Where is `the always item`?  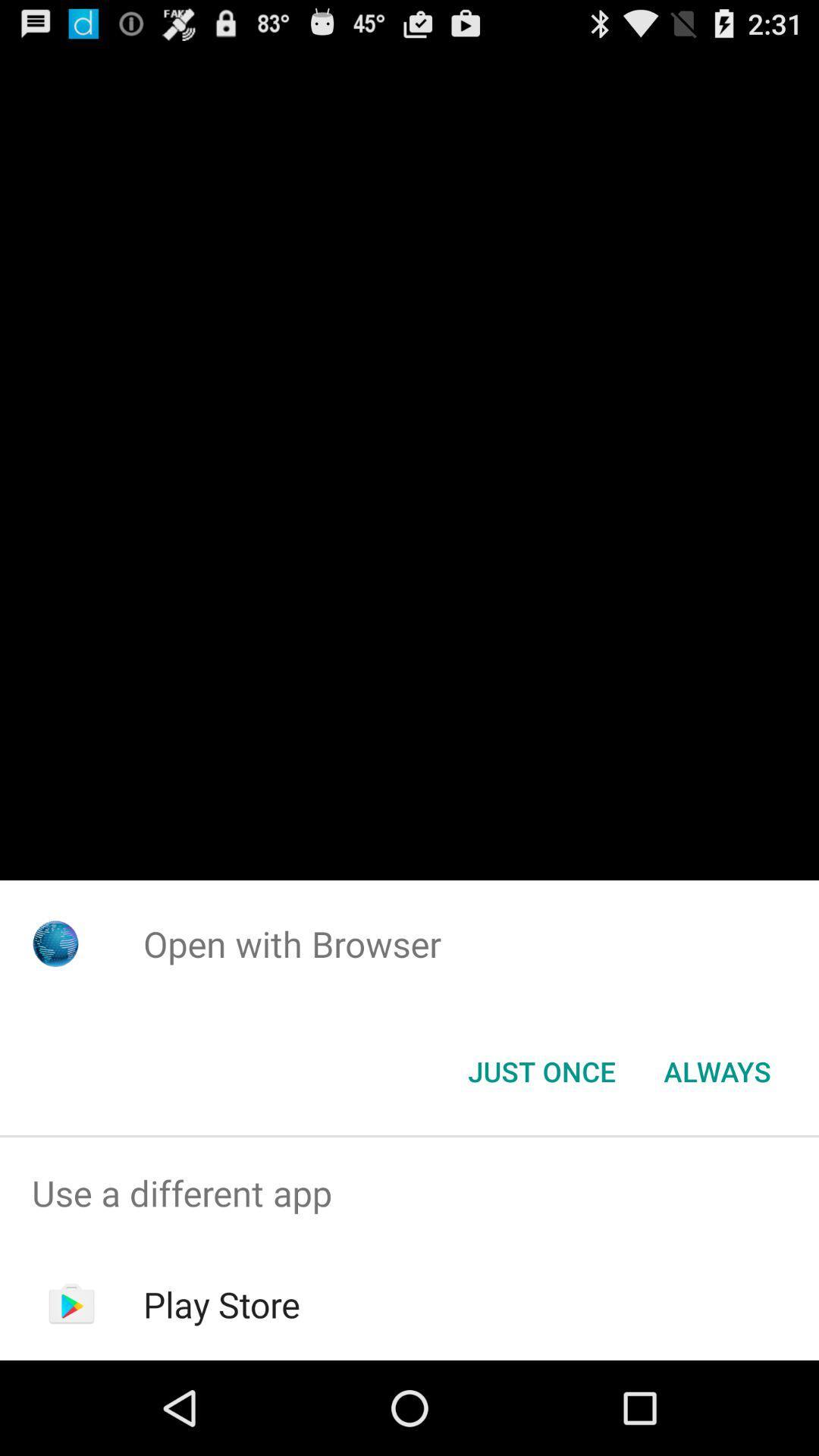
the always item is located at coordinates (717, 1070).